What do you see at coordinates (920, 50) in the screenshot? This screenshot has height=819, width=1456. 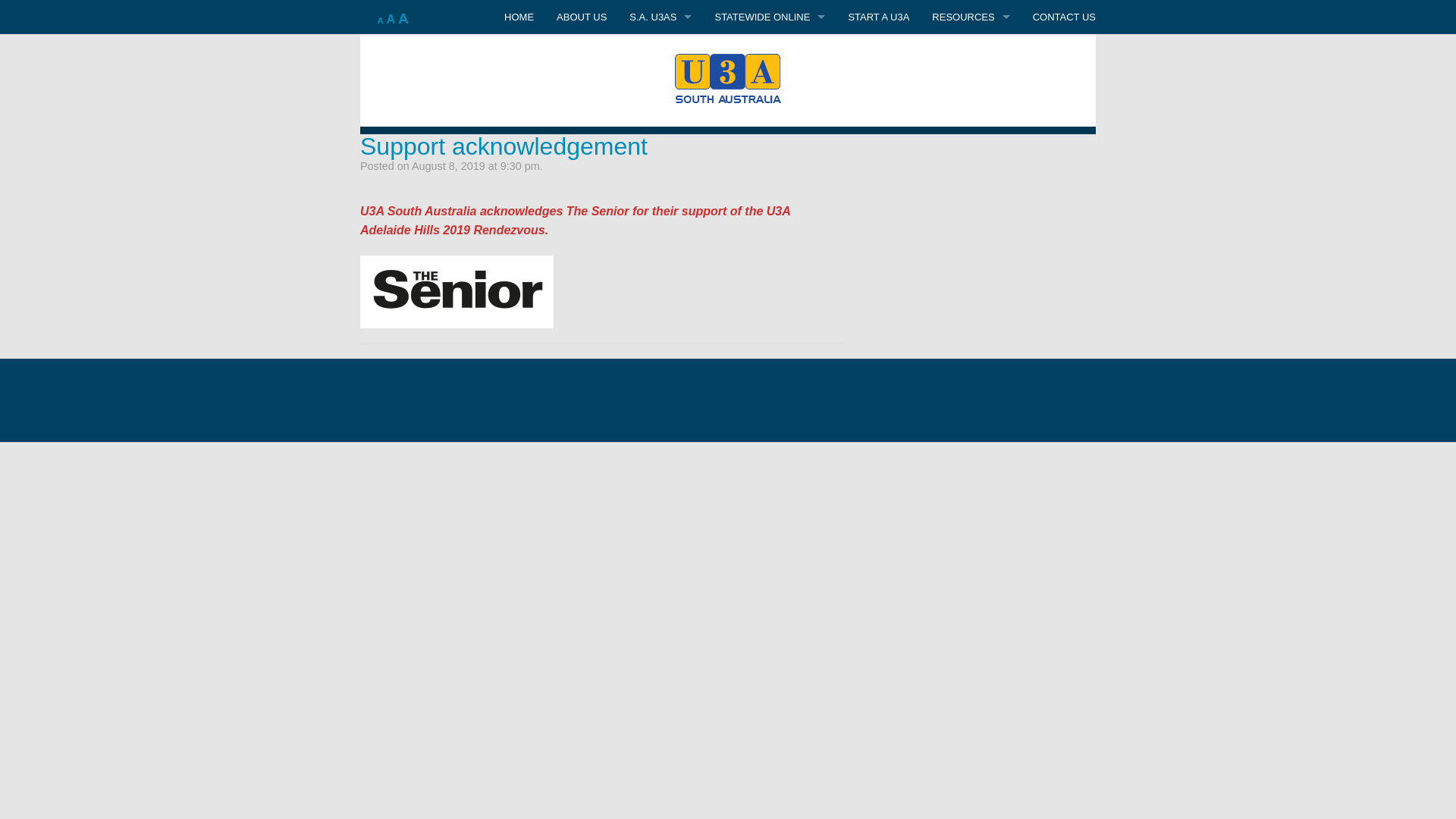 I see `'FACT SHEETS'` at bounding box center [920, 50].